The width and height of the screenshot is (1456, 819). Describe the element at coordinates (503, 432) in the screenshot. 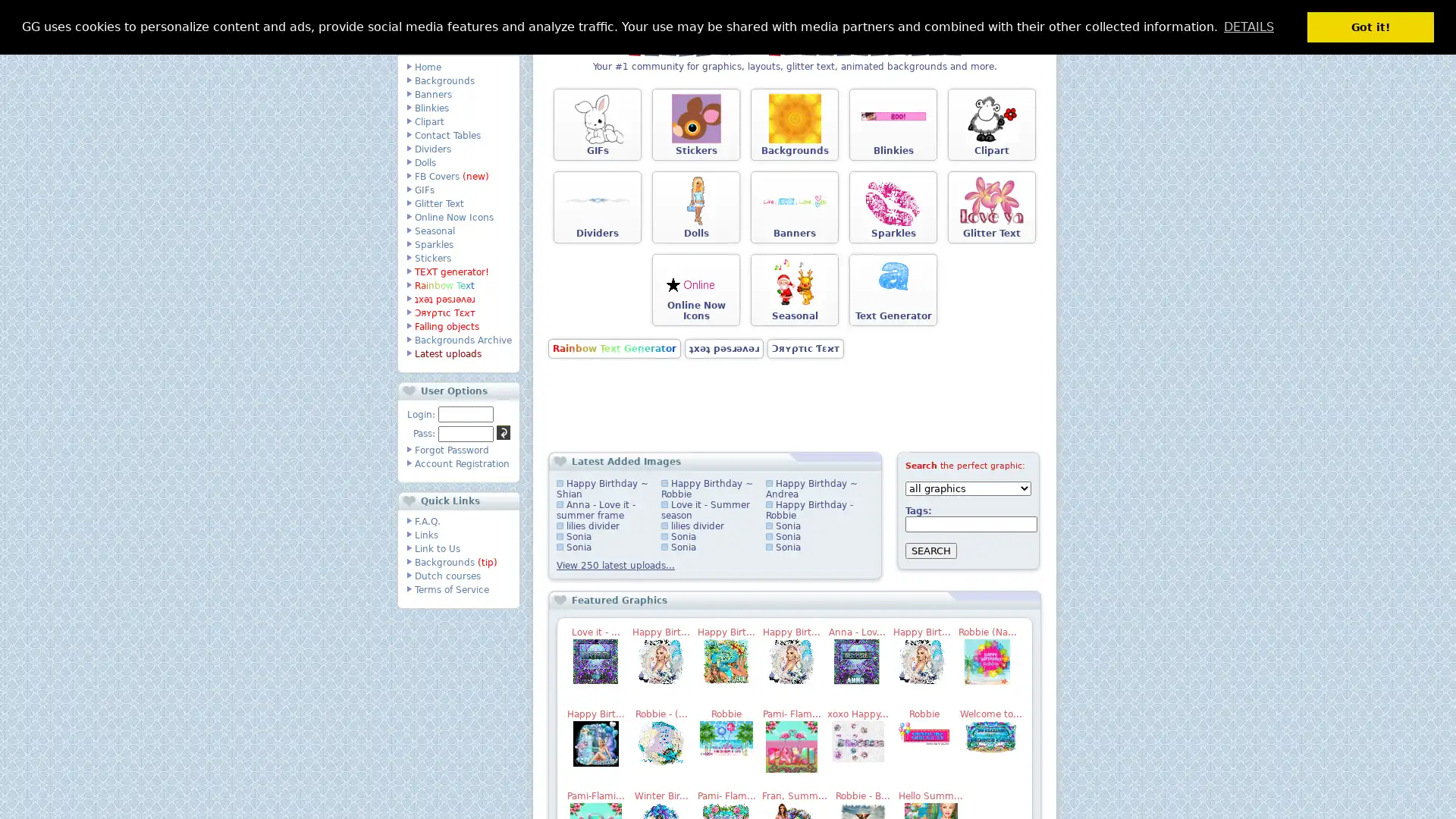

I see `Submit` at that location.